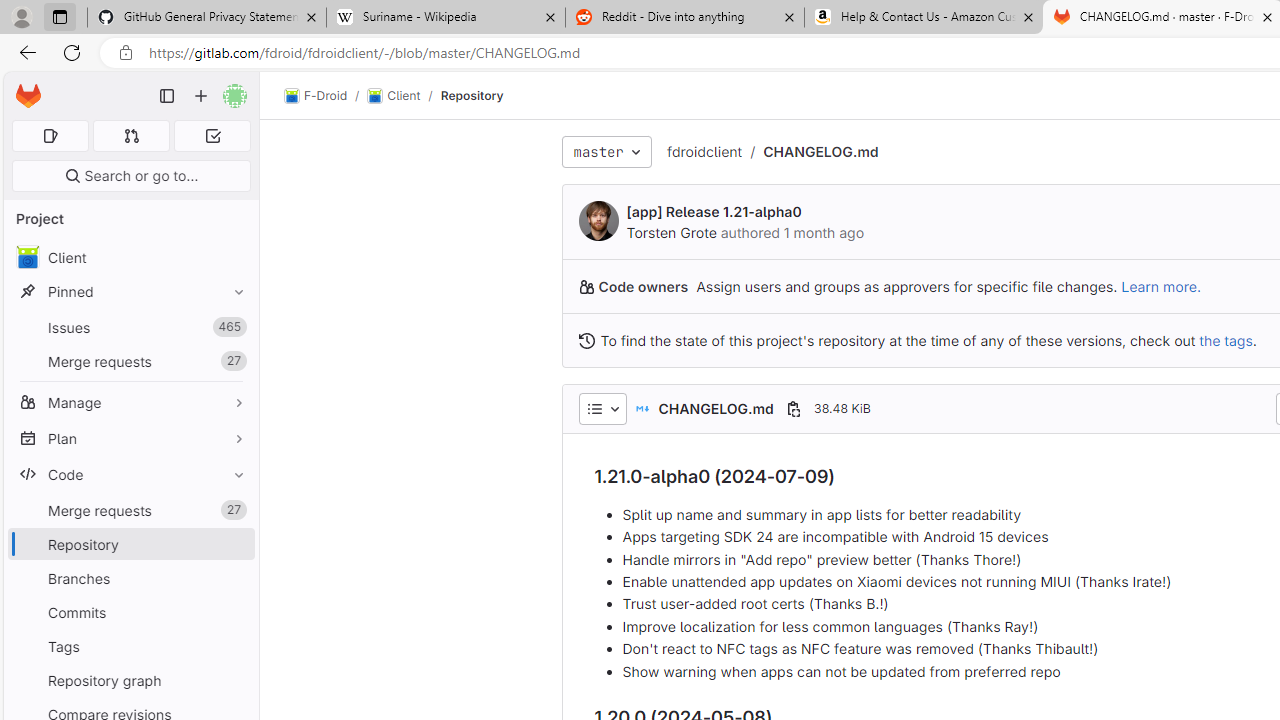  Describe the element at coordinates (444, 17) in the screenshot. I see `'Suriname - Wikipedia'` at that location.